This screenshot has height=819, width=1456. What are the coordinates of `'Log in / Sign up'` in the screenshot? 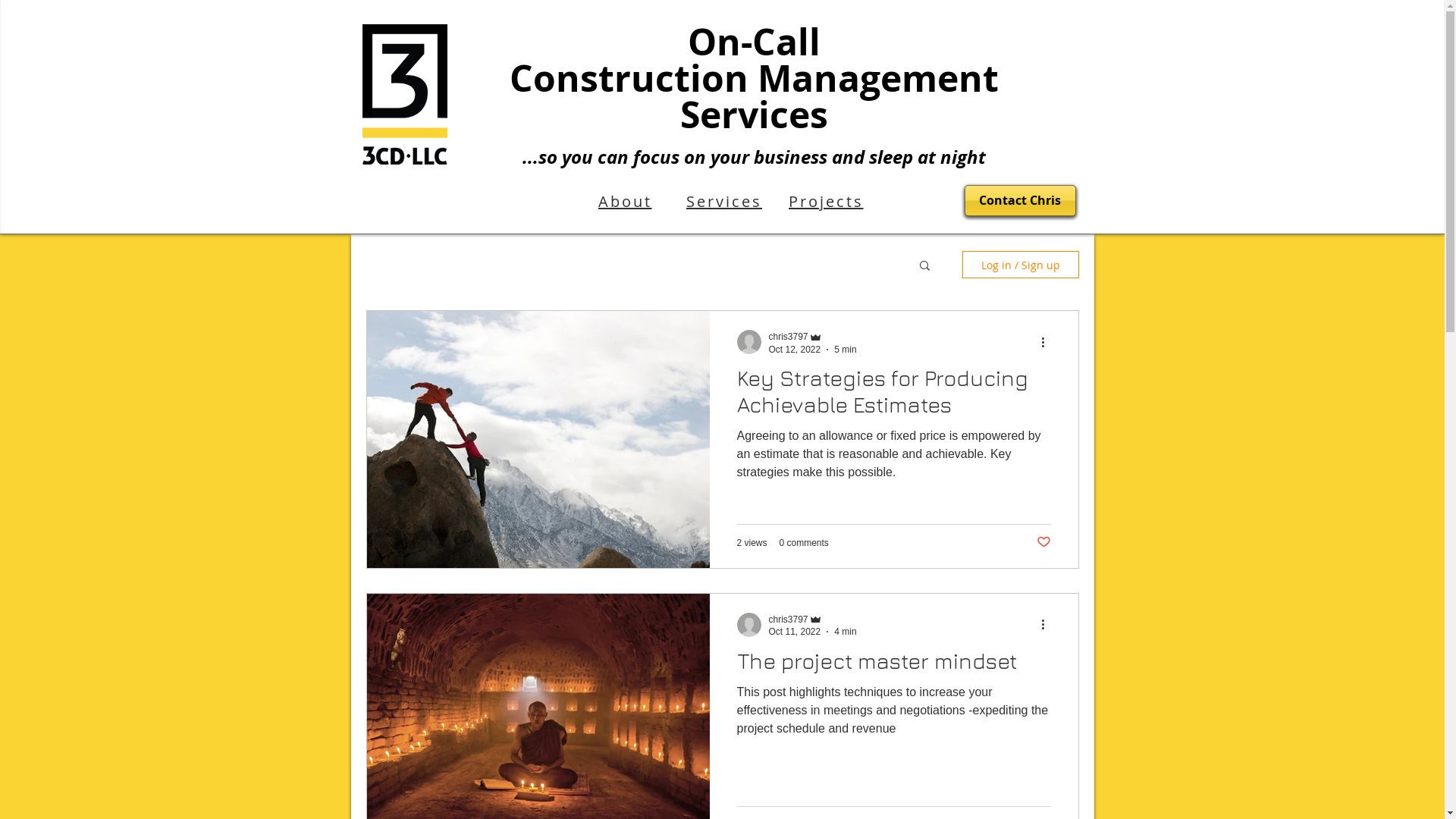 It's located at (1019, 263).